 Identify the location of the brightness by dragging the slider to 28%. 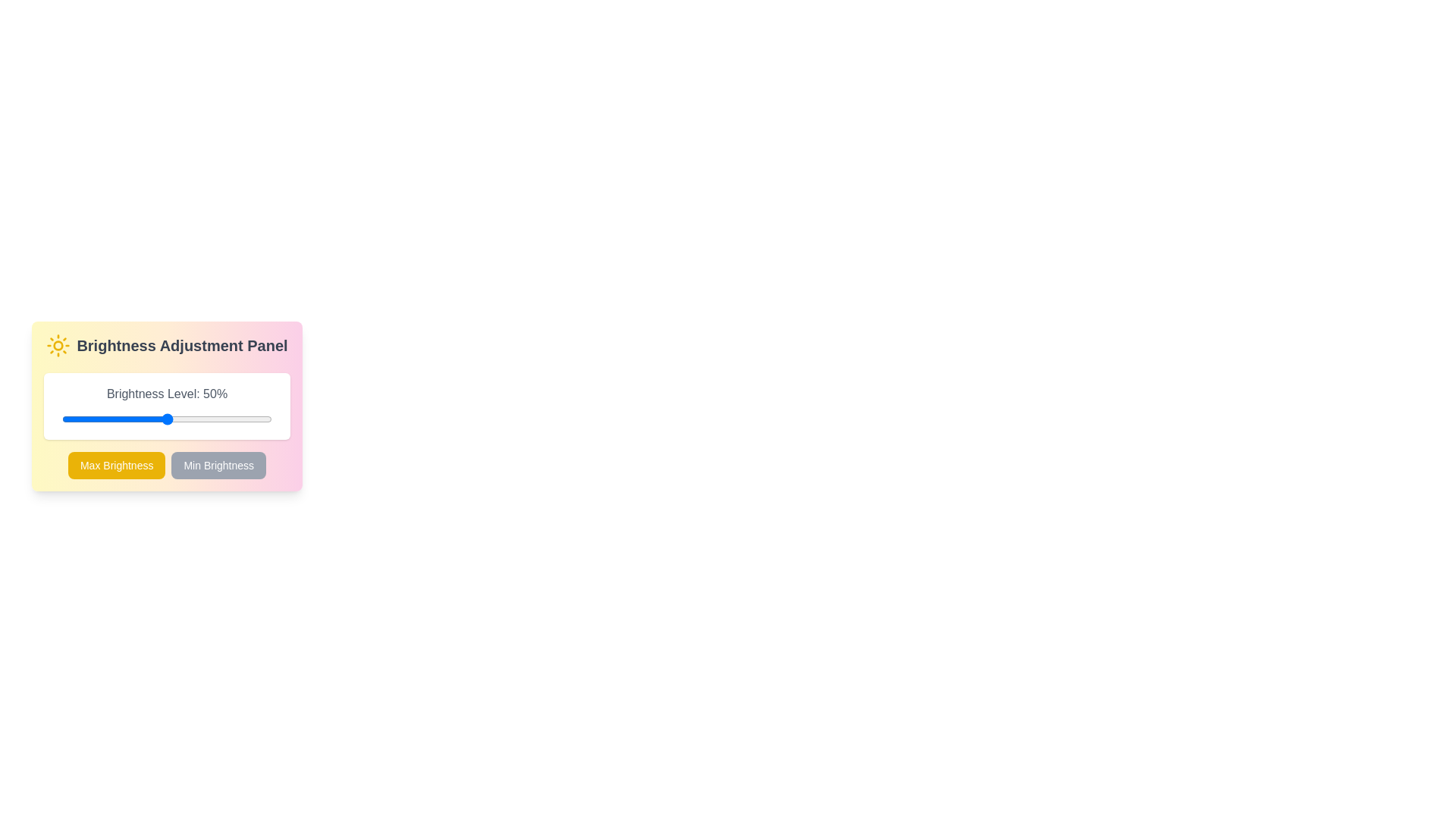
(120, 419).